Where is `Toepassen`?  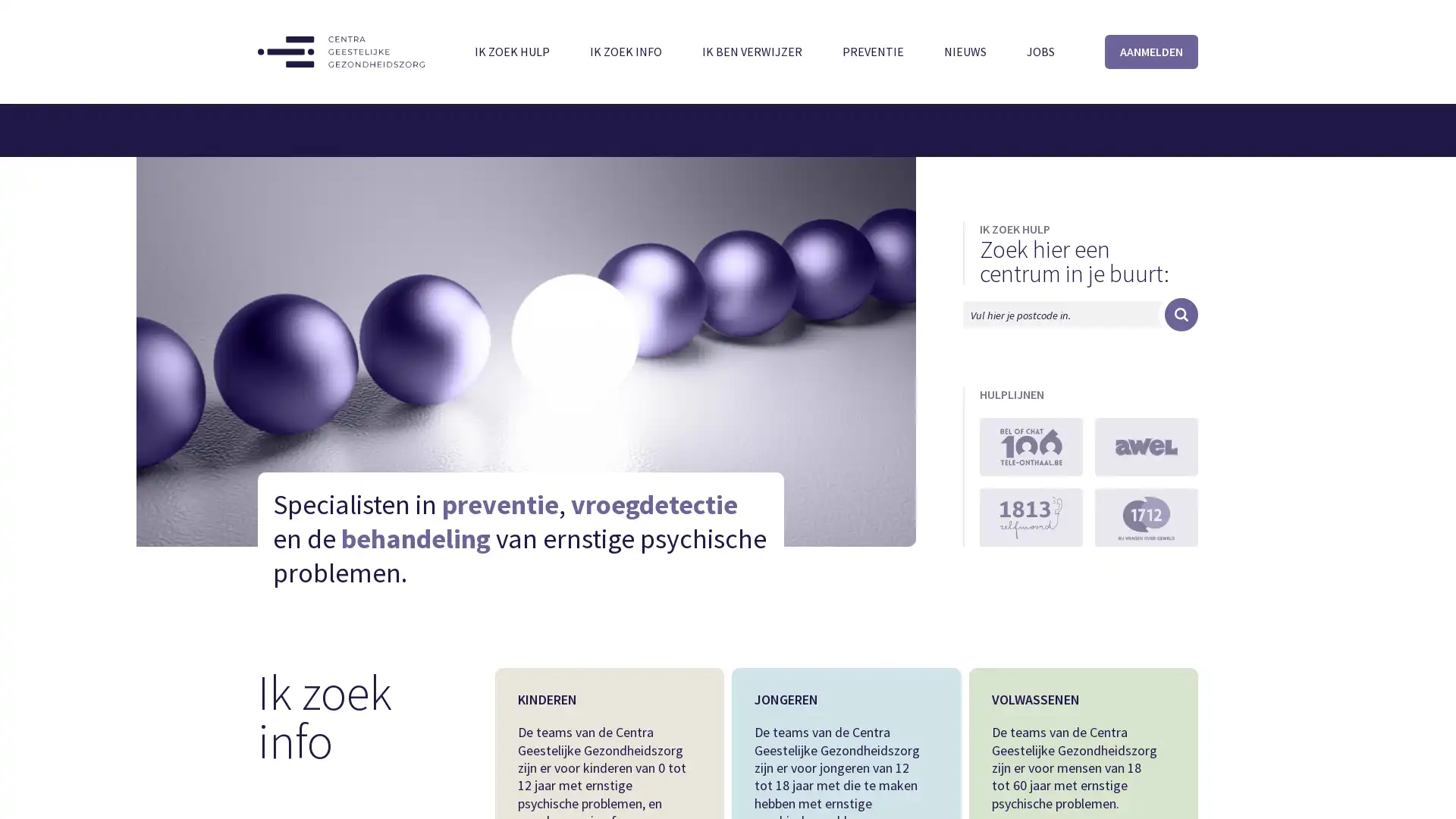 Toepassen is located at coordinates (1181, 314).